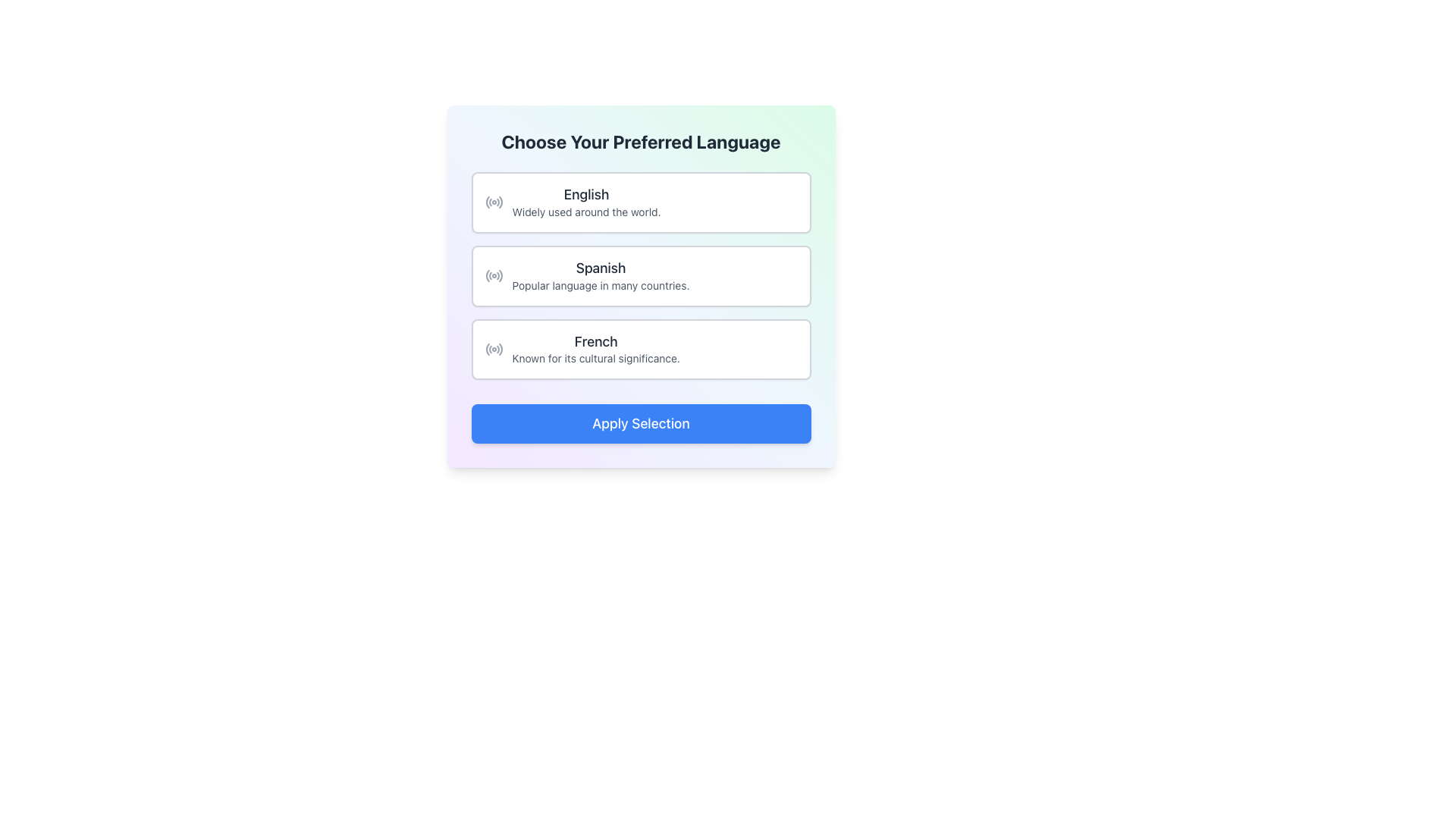  Describe the element at coordinates (494, 276) in the screenshot. I see `the gray radio signal icon located next to the text 'Spanish' in the language options list` at that location.